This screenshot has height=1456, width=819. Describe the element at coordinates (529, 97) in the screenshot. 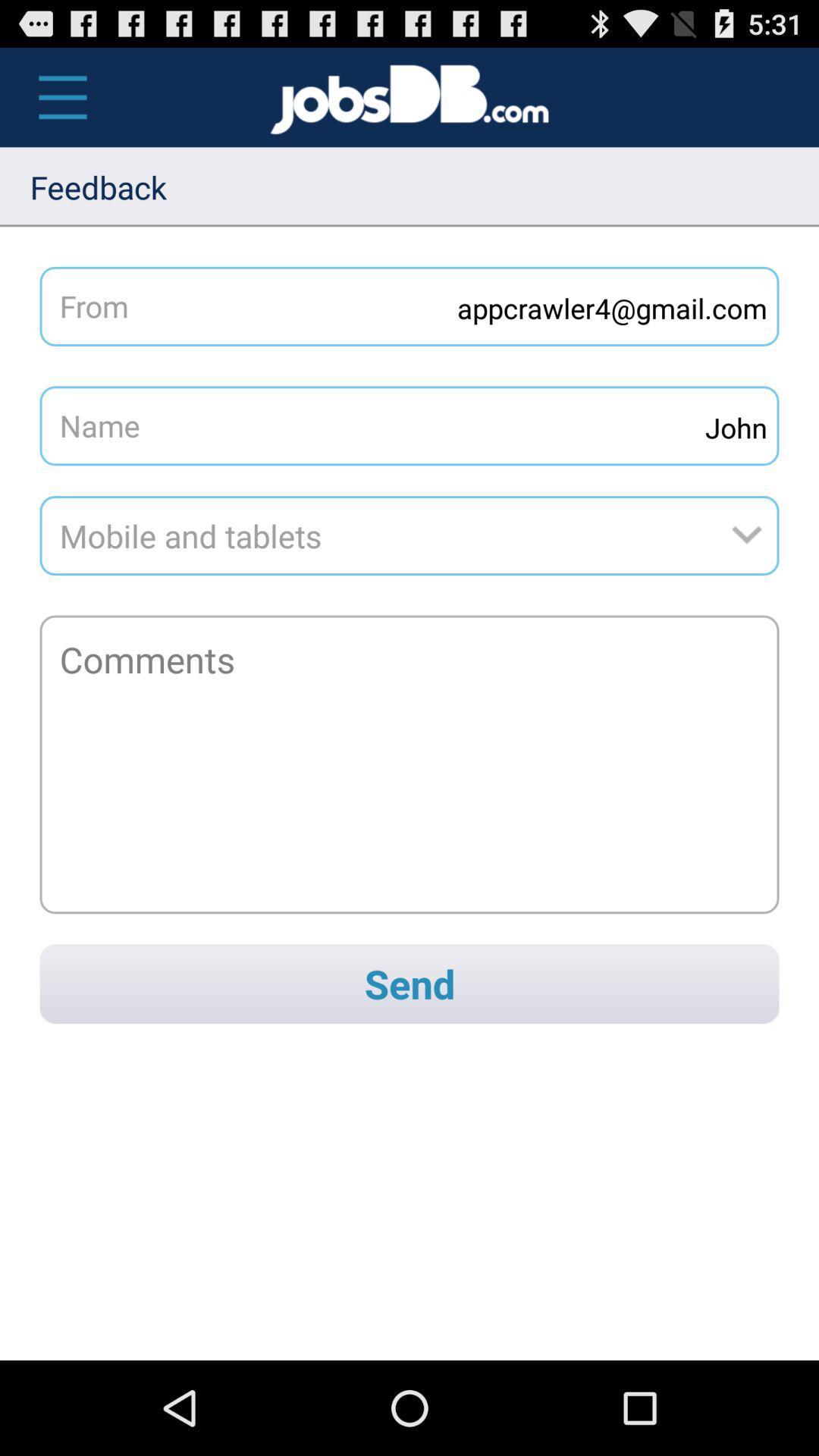

I see `the text com` at that location.